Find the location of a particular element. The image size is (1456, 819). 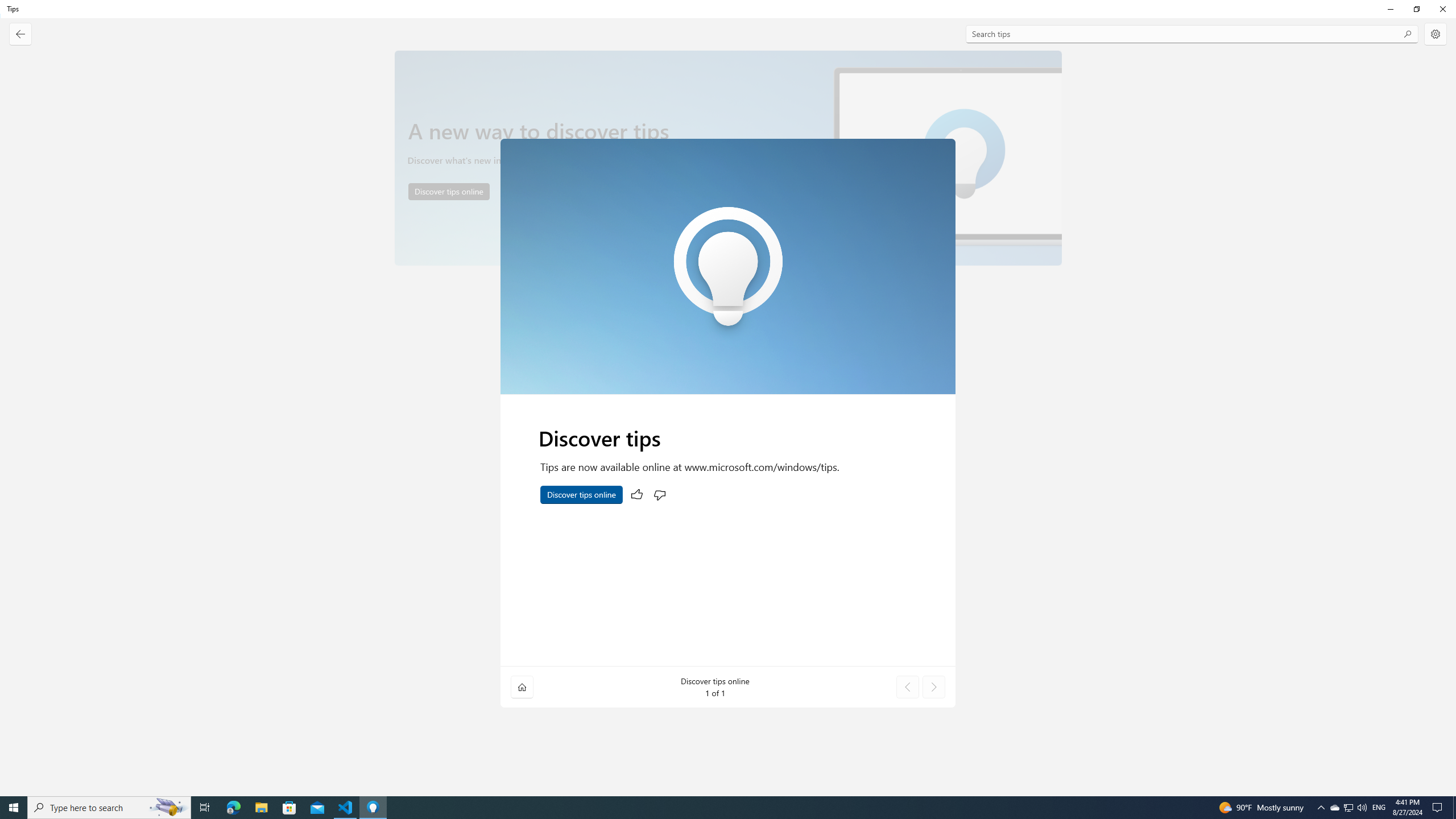

'Settings' is located at coordinates (1435, 34).